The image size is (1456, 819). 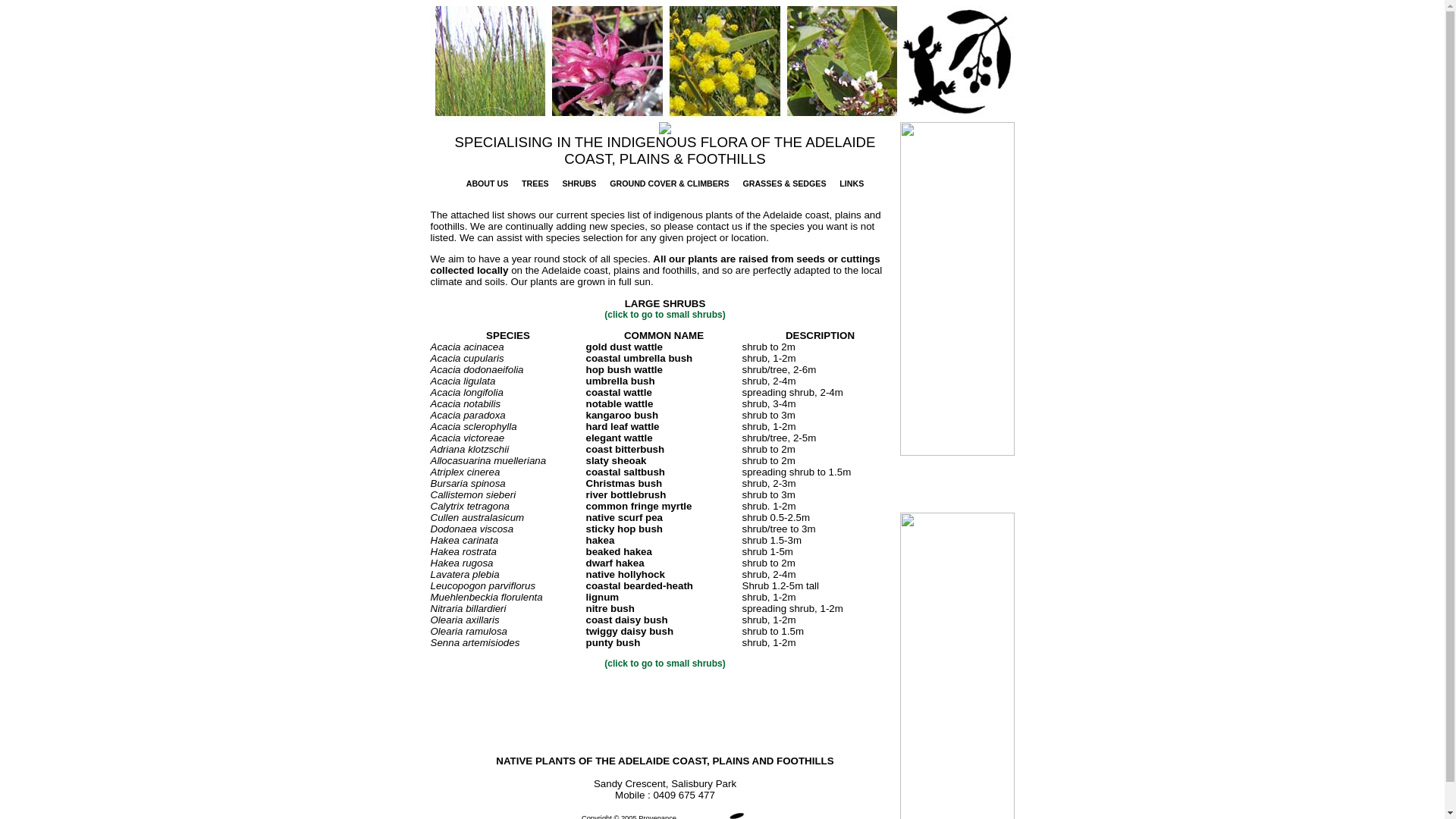 I want to click on '(click to go to small shrubs)', so click(x=664, y=663).